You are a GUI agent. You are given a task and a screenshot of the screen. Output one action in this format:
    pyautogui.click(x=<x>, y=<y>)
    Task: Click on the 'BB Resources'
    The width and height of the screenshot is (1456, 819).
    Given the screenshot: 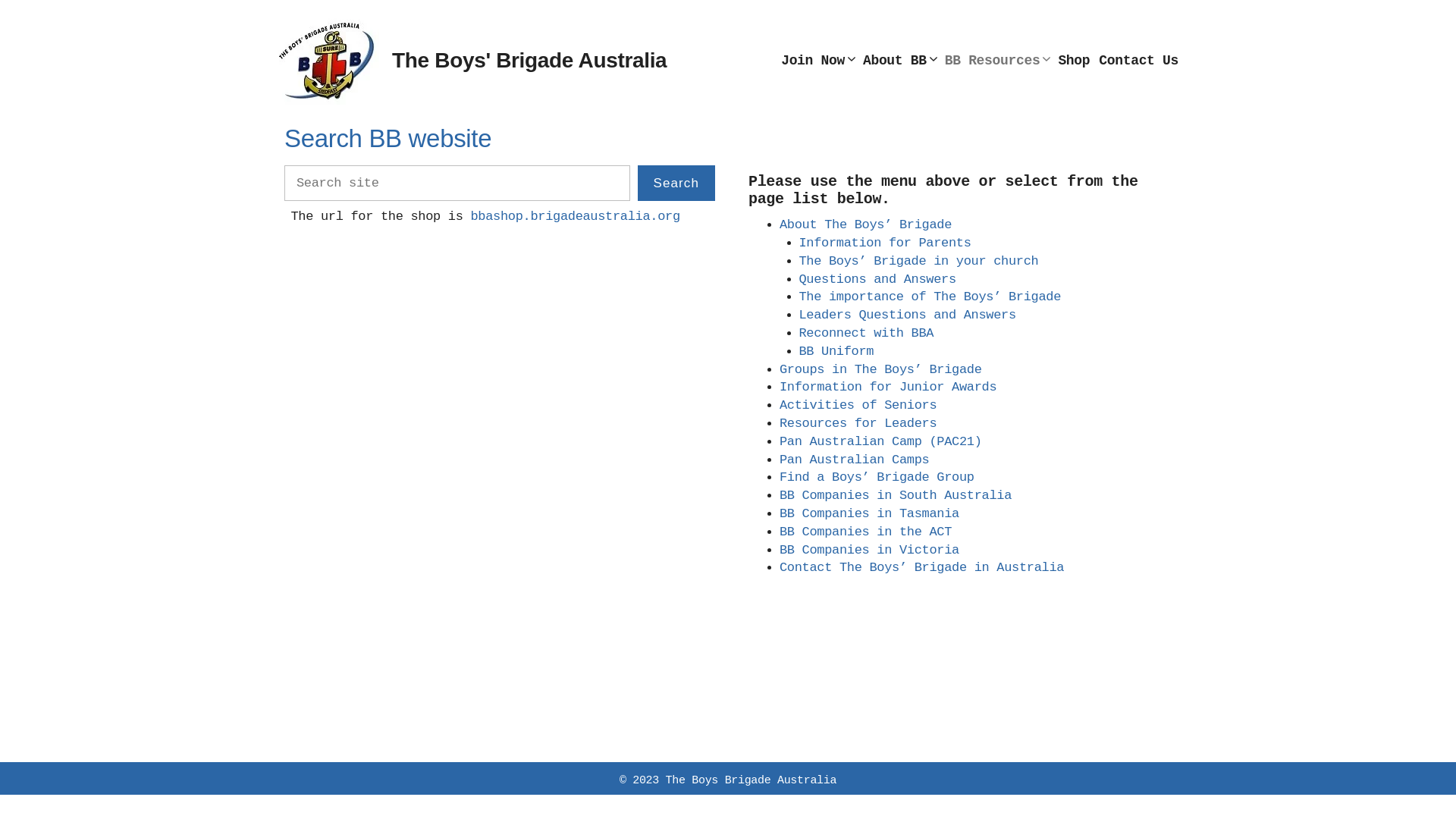 What is the action you would take?
    pyautogui.click(x=997, y=60)
    